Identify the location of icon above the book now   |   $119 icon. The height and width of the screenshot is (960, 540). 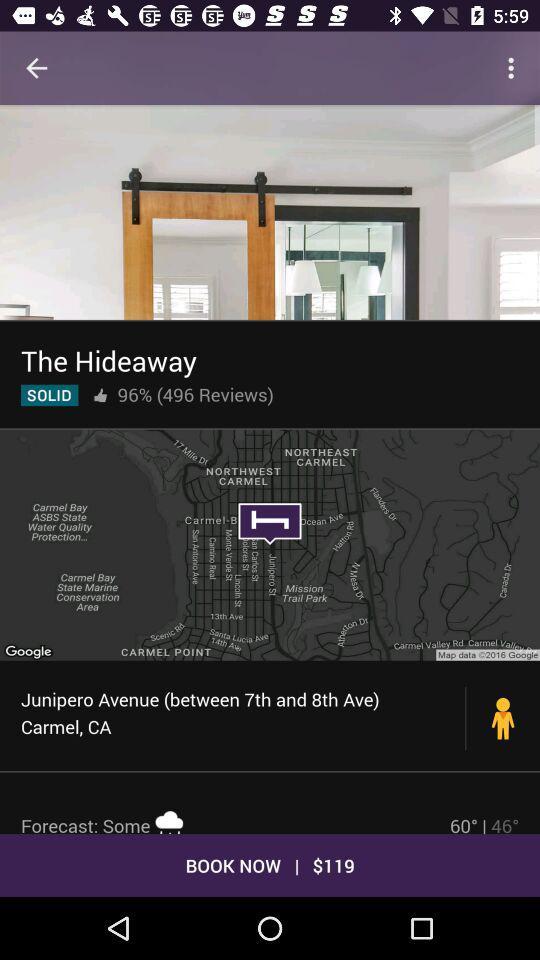
(483, 823).